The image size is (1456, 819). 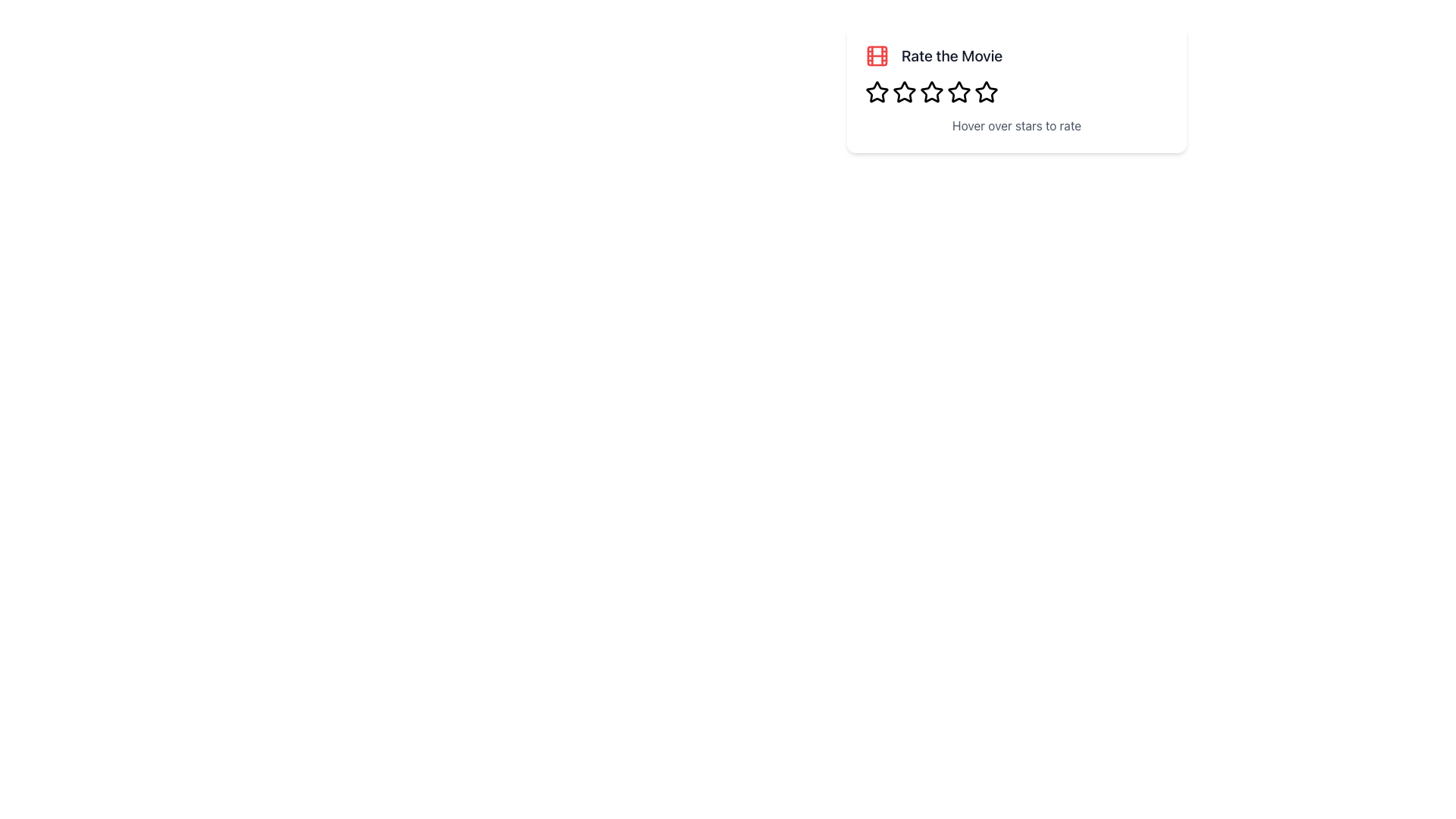 I want to click on the fifth rating star in the rating scale located beneath the 'Rate the Movie' title and above the 'Hover over stars to rate' instruction, so click(x=986, y=93).